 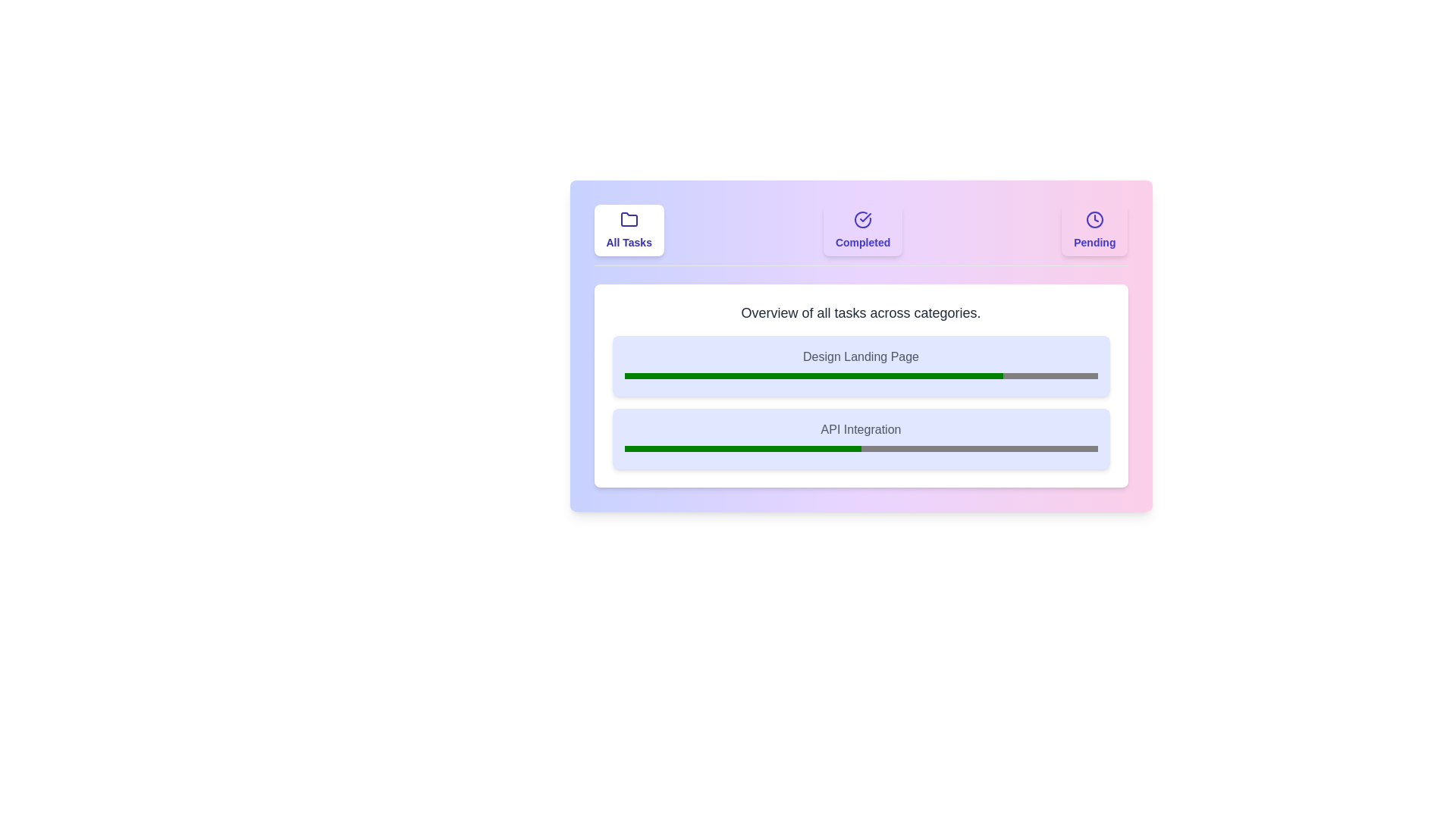 What do you see at coordinates (863, 219) in the screenshot?
I see `the 'Completed' button which contains a circular icon with a checkmark outlined in purple, located in the upper center of the UI` at bounding box center [863, 219].